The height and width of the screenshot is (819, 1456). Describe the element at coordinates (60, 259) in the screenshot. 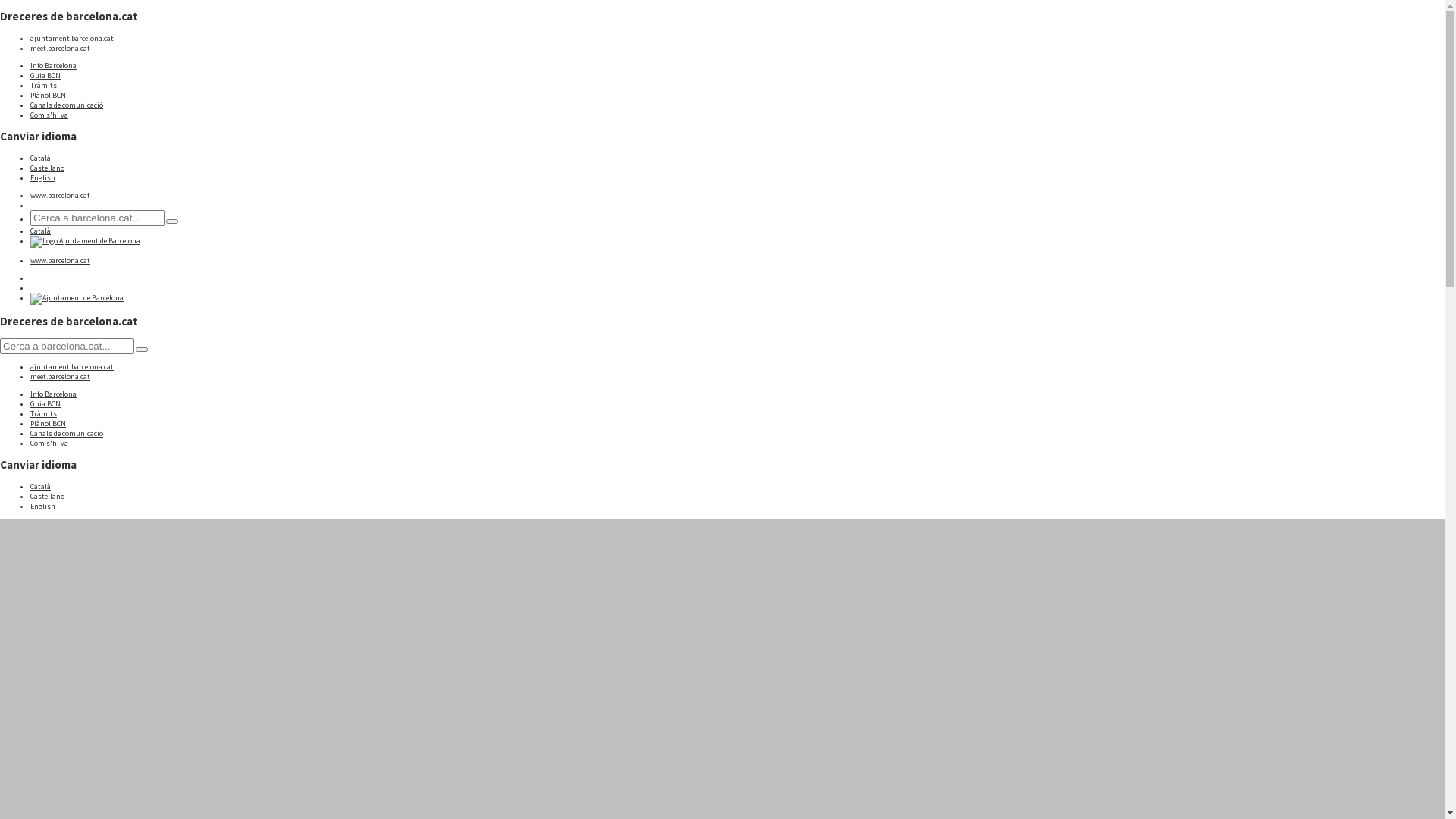

I see `'www.barcelona.cat'` at that location.